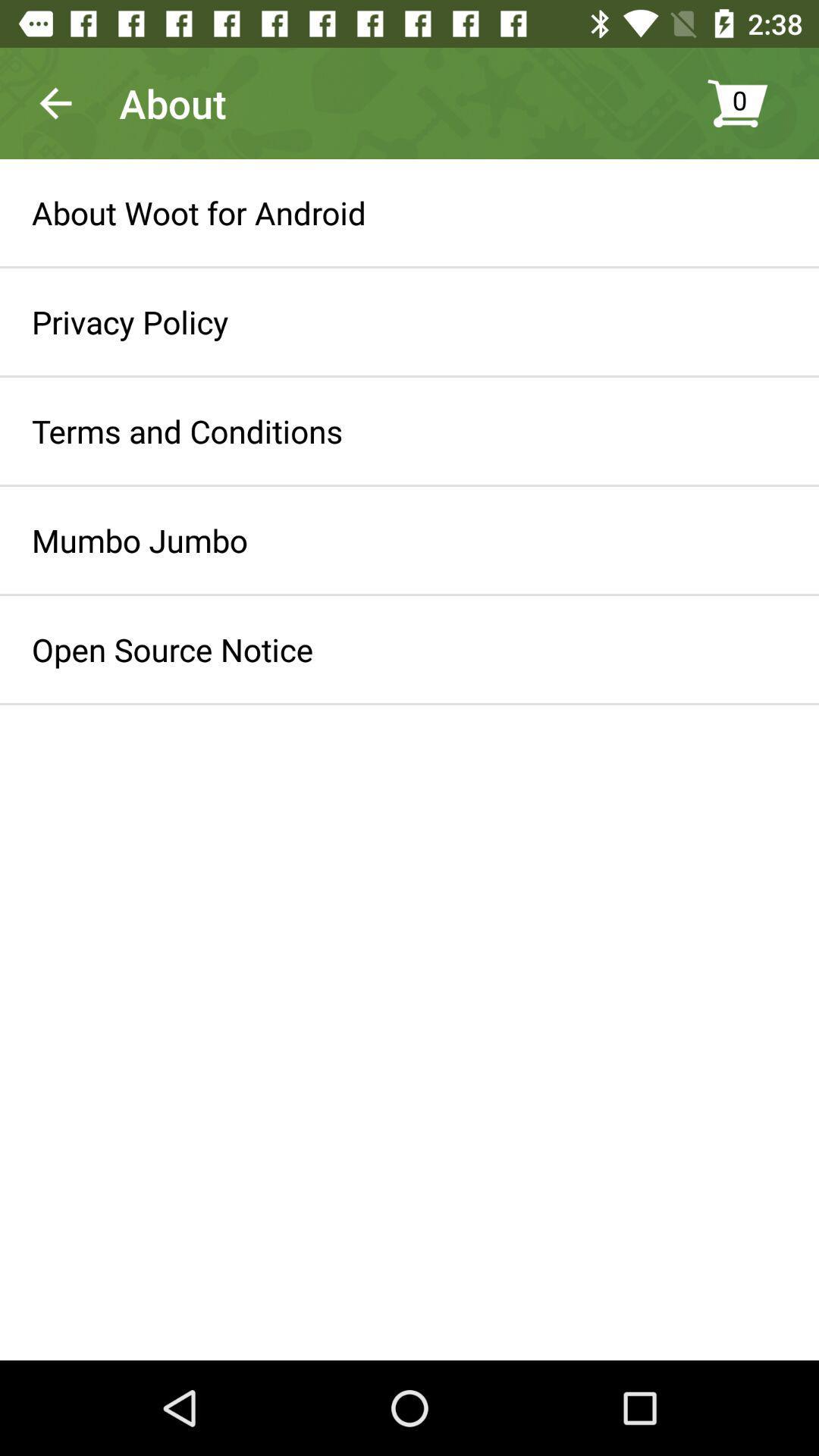 The height and width of the screenshot is (1456, 819). What do you see at coordinates (129, 321) in the screenshot?
I see `the item below the about woot for` at bounding box center [129, 321].